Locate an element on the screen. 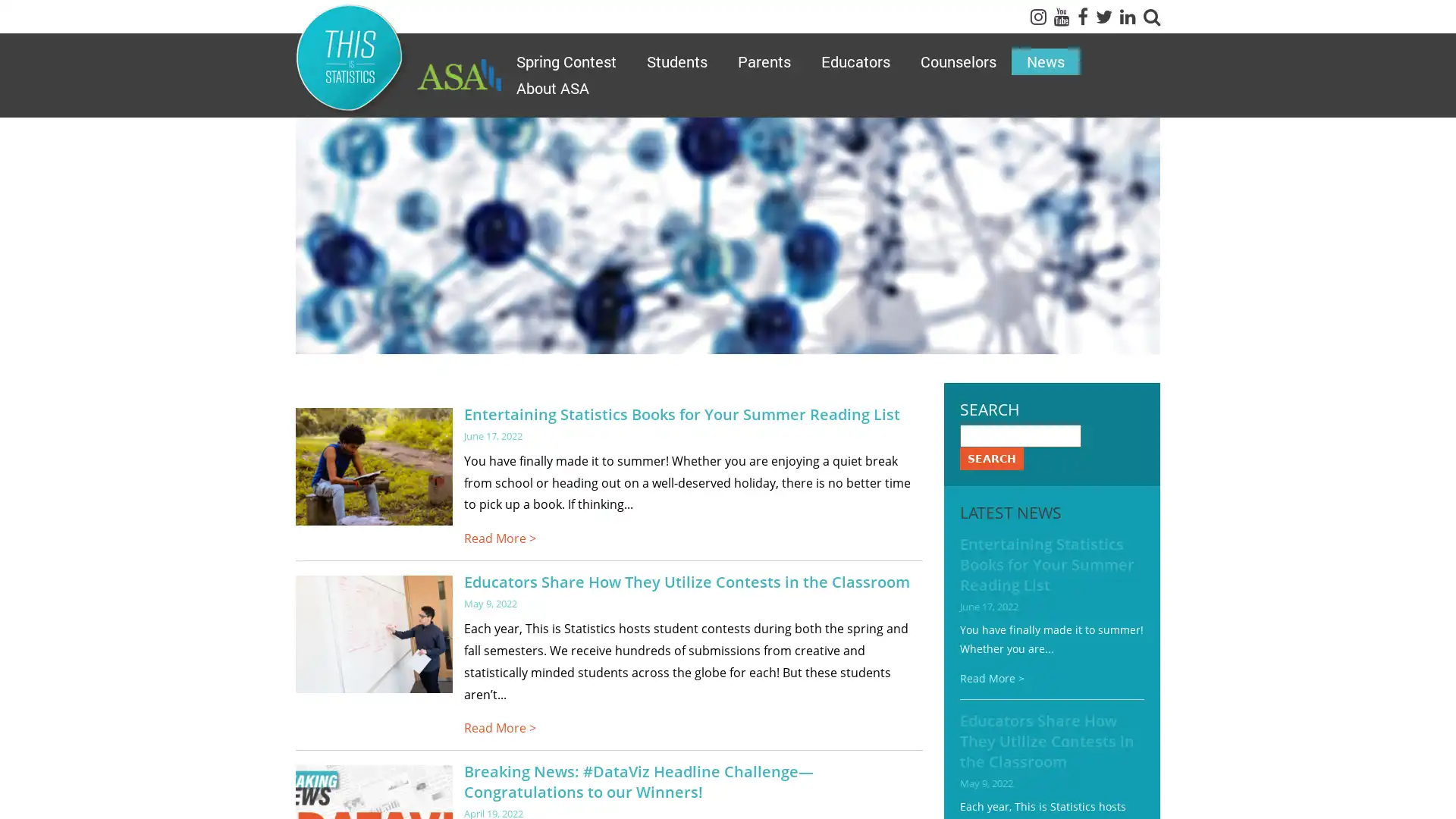 The width and height of the screenshot is (1456, 819). Search is located at coordinates (990, 457).